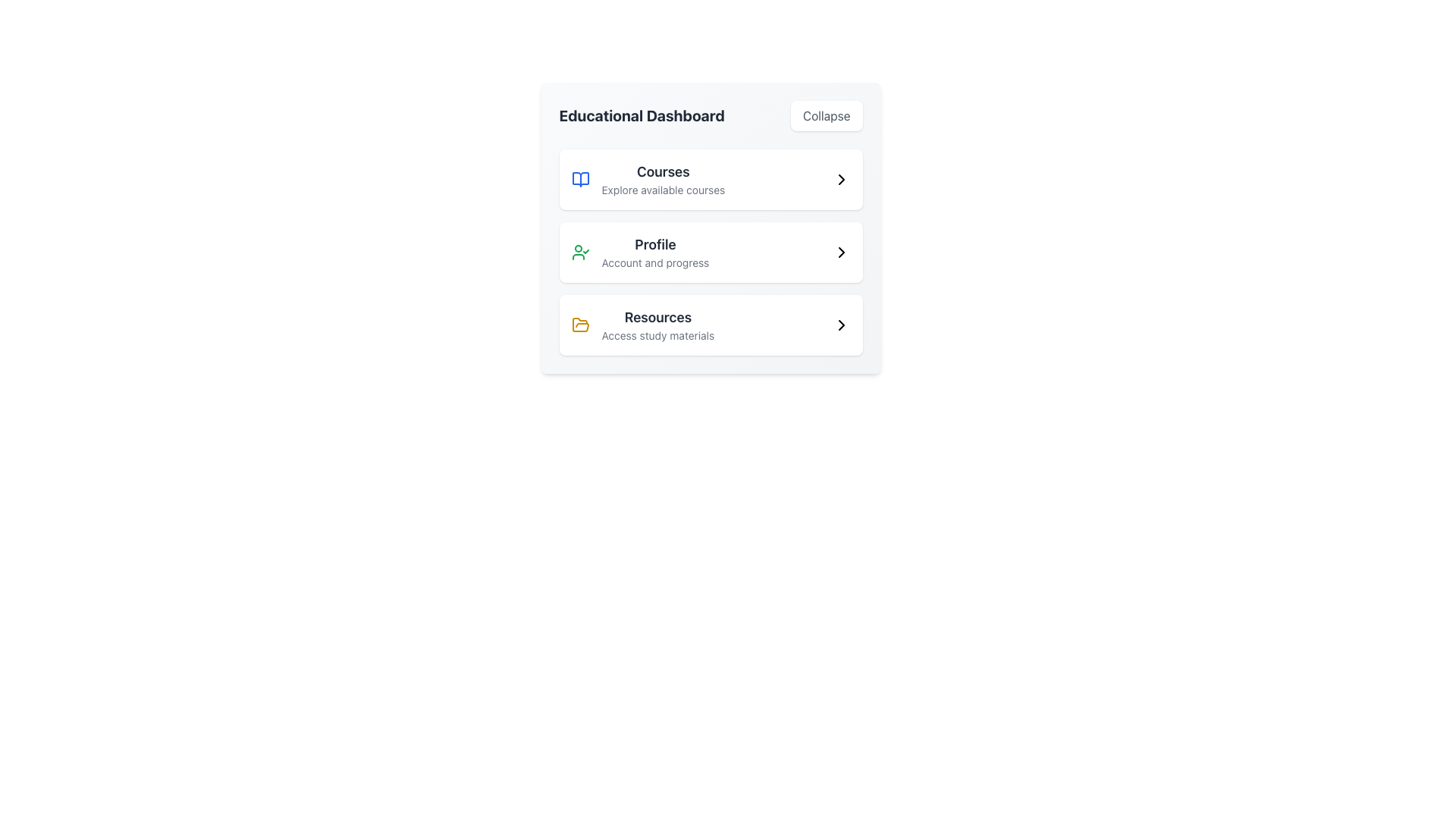 Image resolution: width=1456 pixels, height=819 pixels. Describe the element at coordinates (579, 324) in the screenshot. I see `the yellow folder icon located next to the text 'Resources Access study materials' within the 'Educational Dashboard' card` at that location.